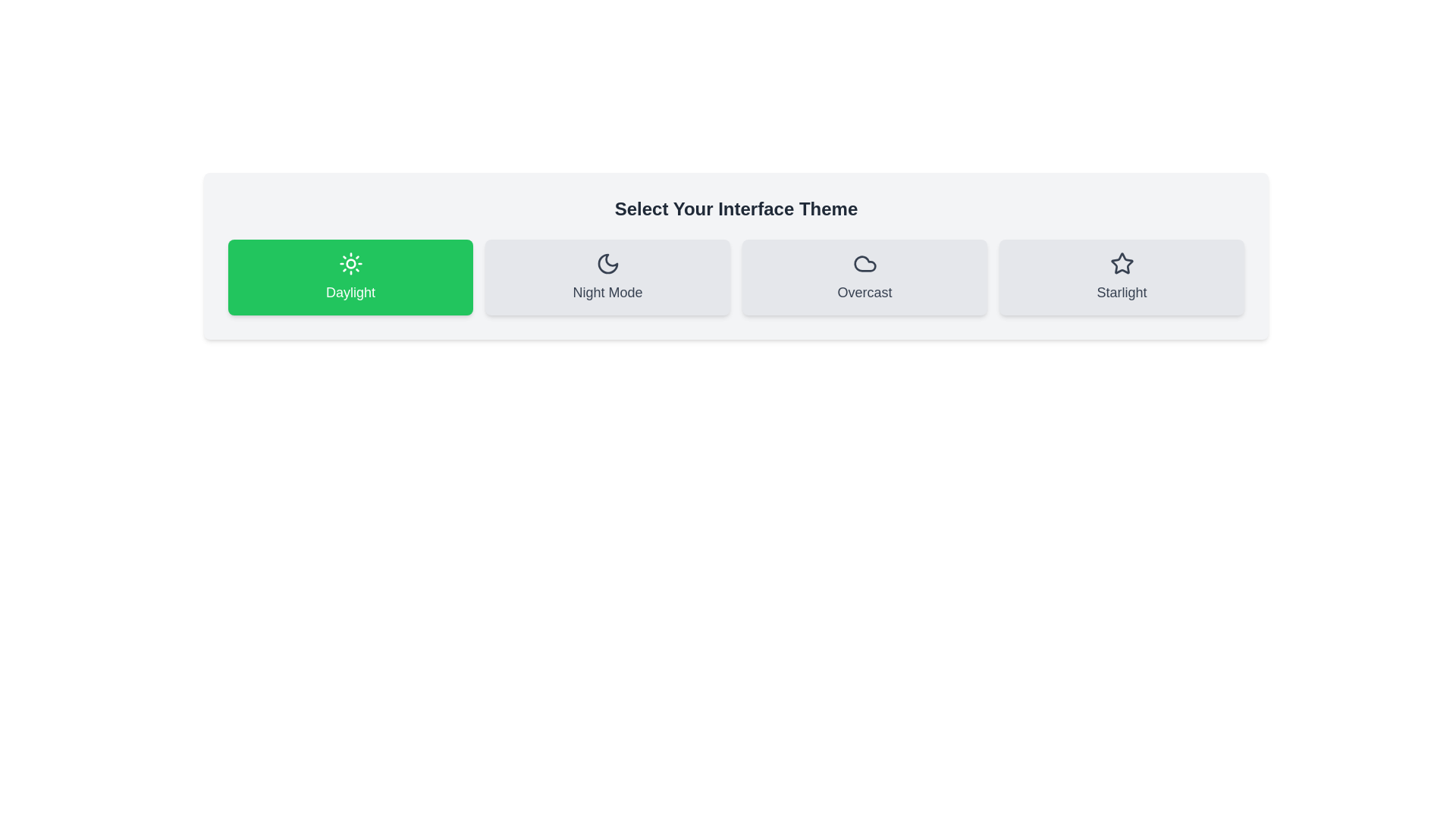 The height and width of the screenshot is (819, 1456). Describe the element at coordinates (736, 209) in the screenshot. I see `the text 'Select Your Interface Theme'` at that location.